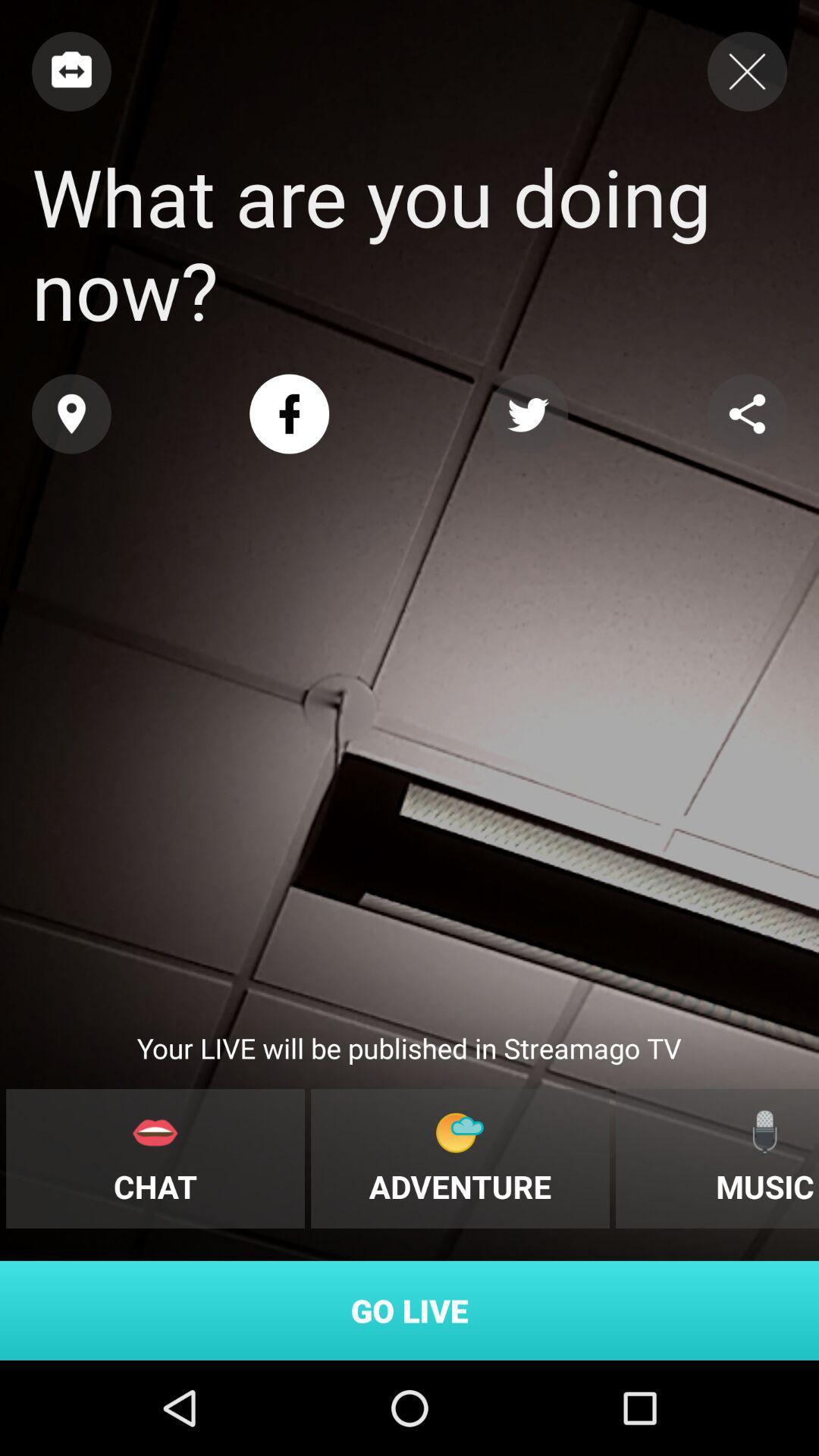 The image size is (819, 1456). I want to click on connect, so click(71, 71).